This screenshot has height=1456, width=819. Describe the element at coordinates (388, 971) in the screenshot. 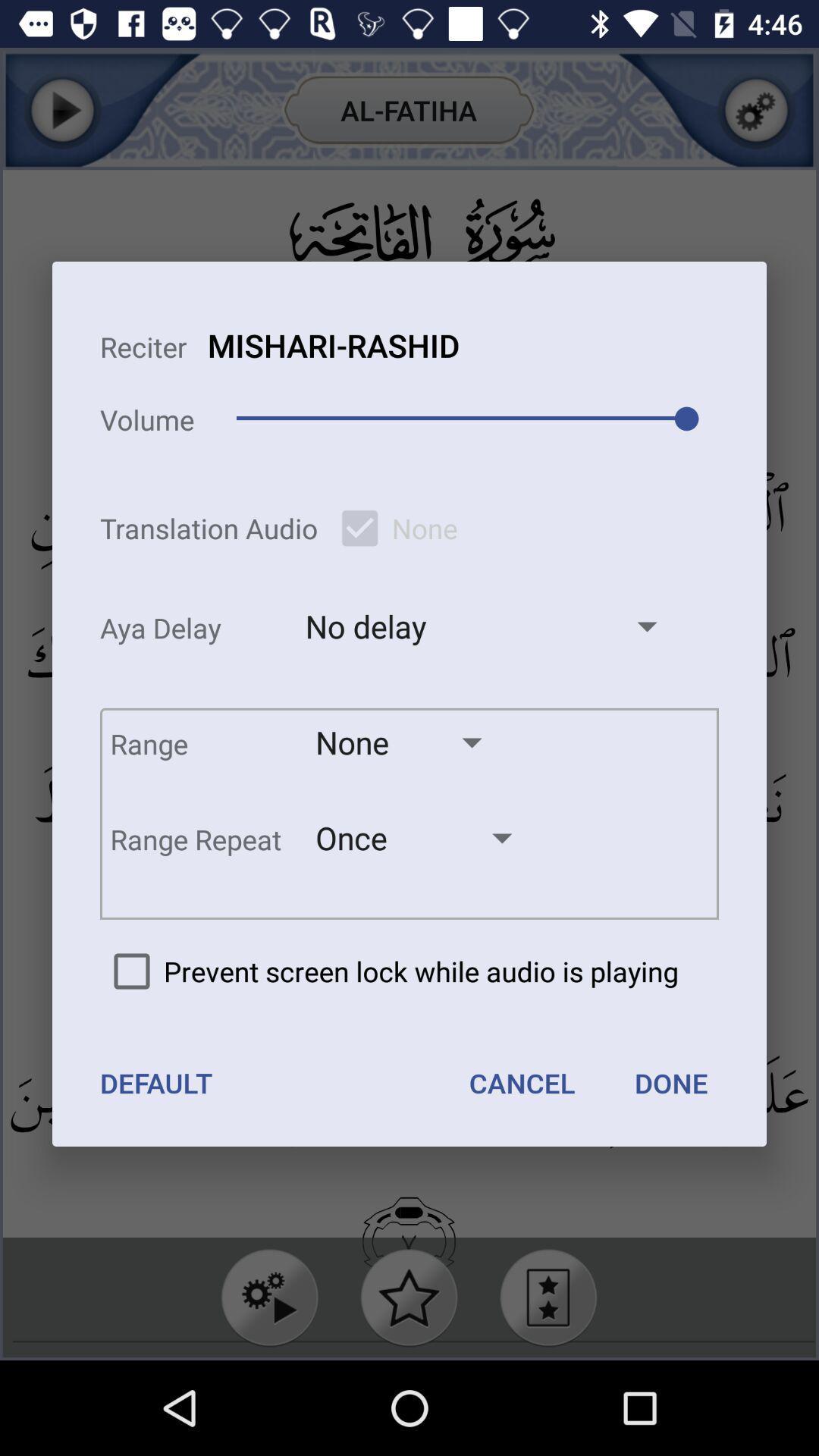

I see `the prevent screen lock icon` at that location.